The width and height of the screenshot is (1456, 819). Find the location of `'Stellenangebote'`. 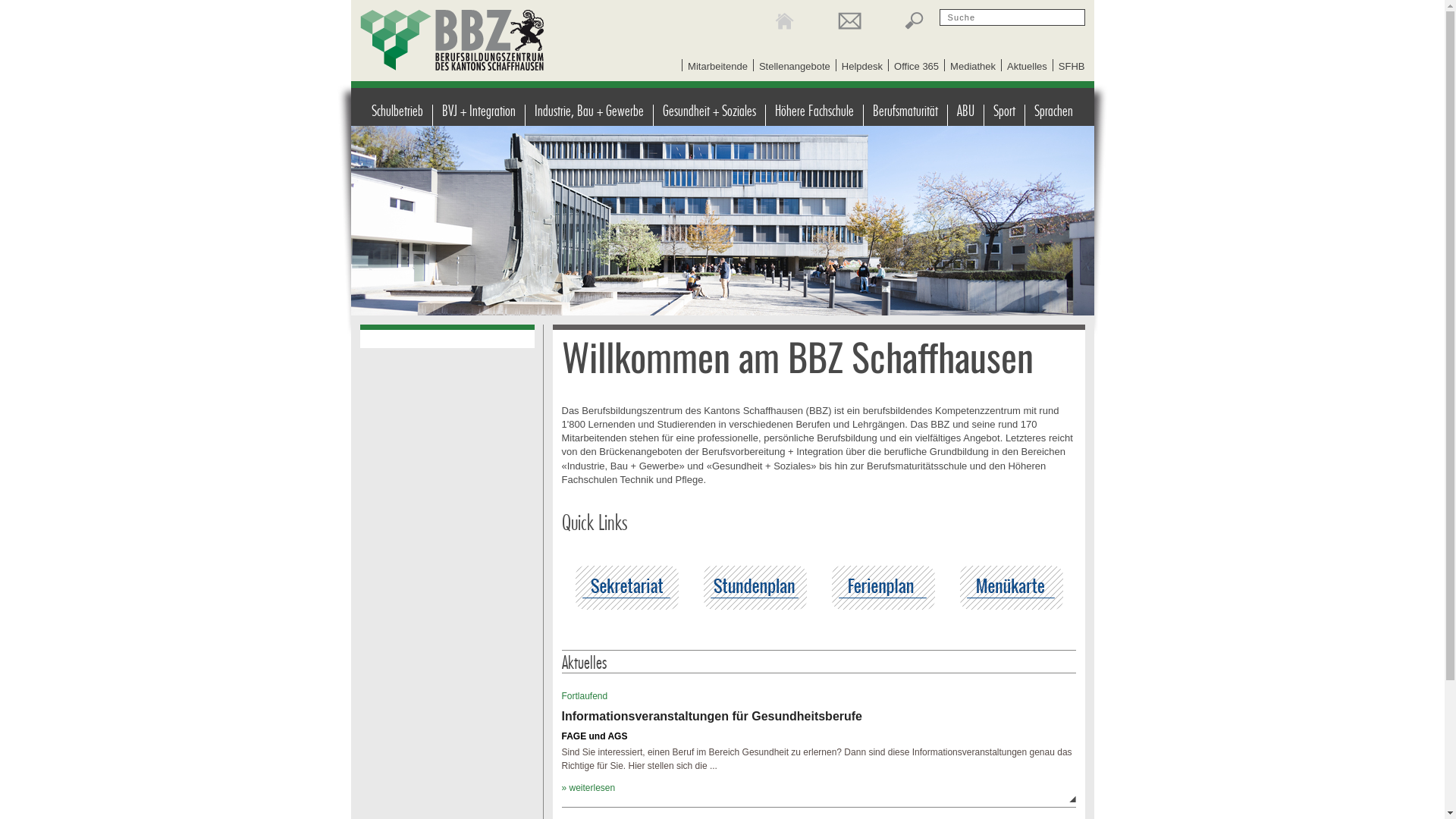

'Stellenangebote' is located at coordinates (793, 66).